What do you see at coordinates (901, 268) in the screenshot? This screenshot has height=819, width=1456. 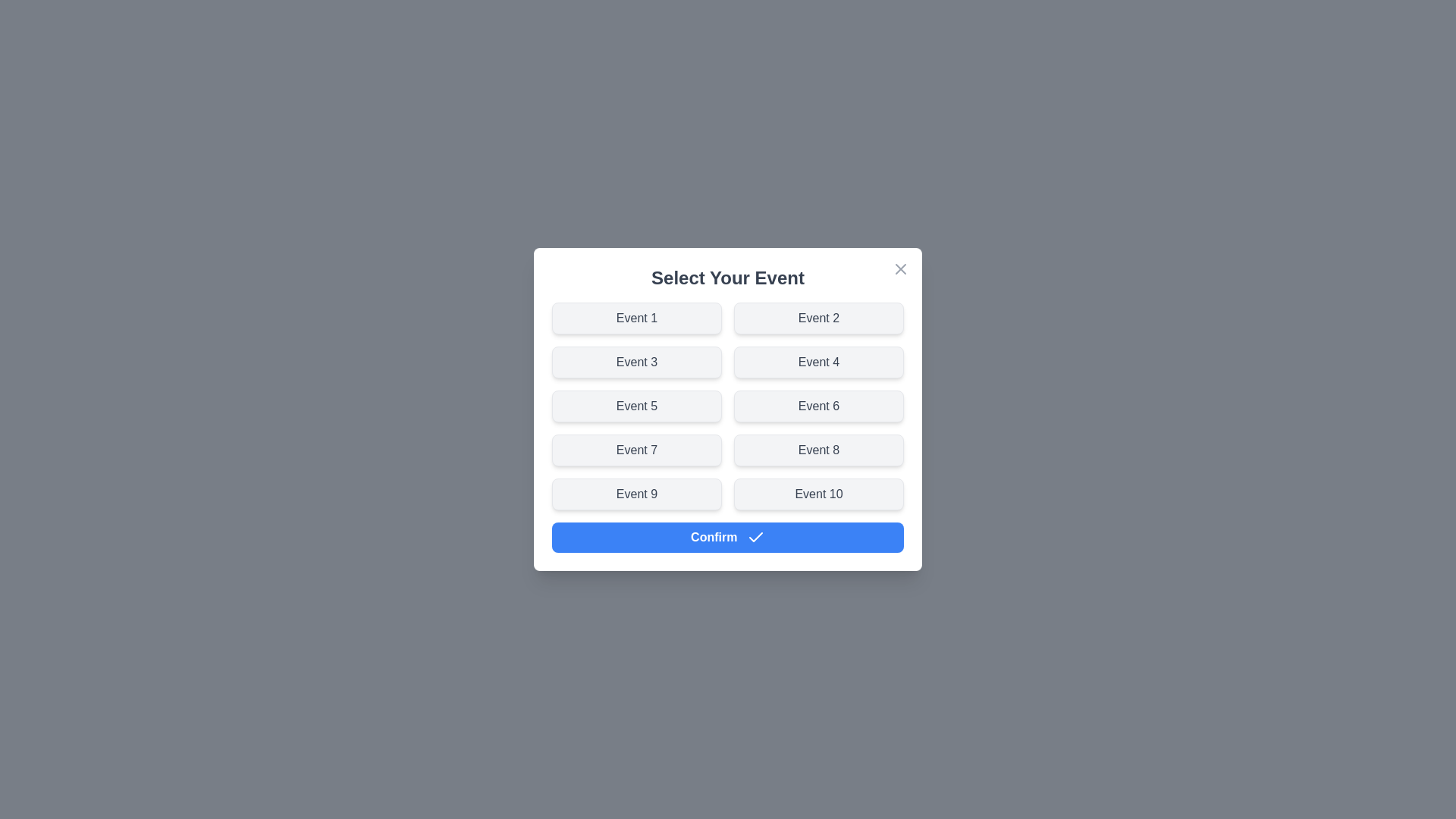 I see `the close (X) button at the top-right corner of the dialog` at bounding box center [901, 268].